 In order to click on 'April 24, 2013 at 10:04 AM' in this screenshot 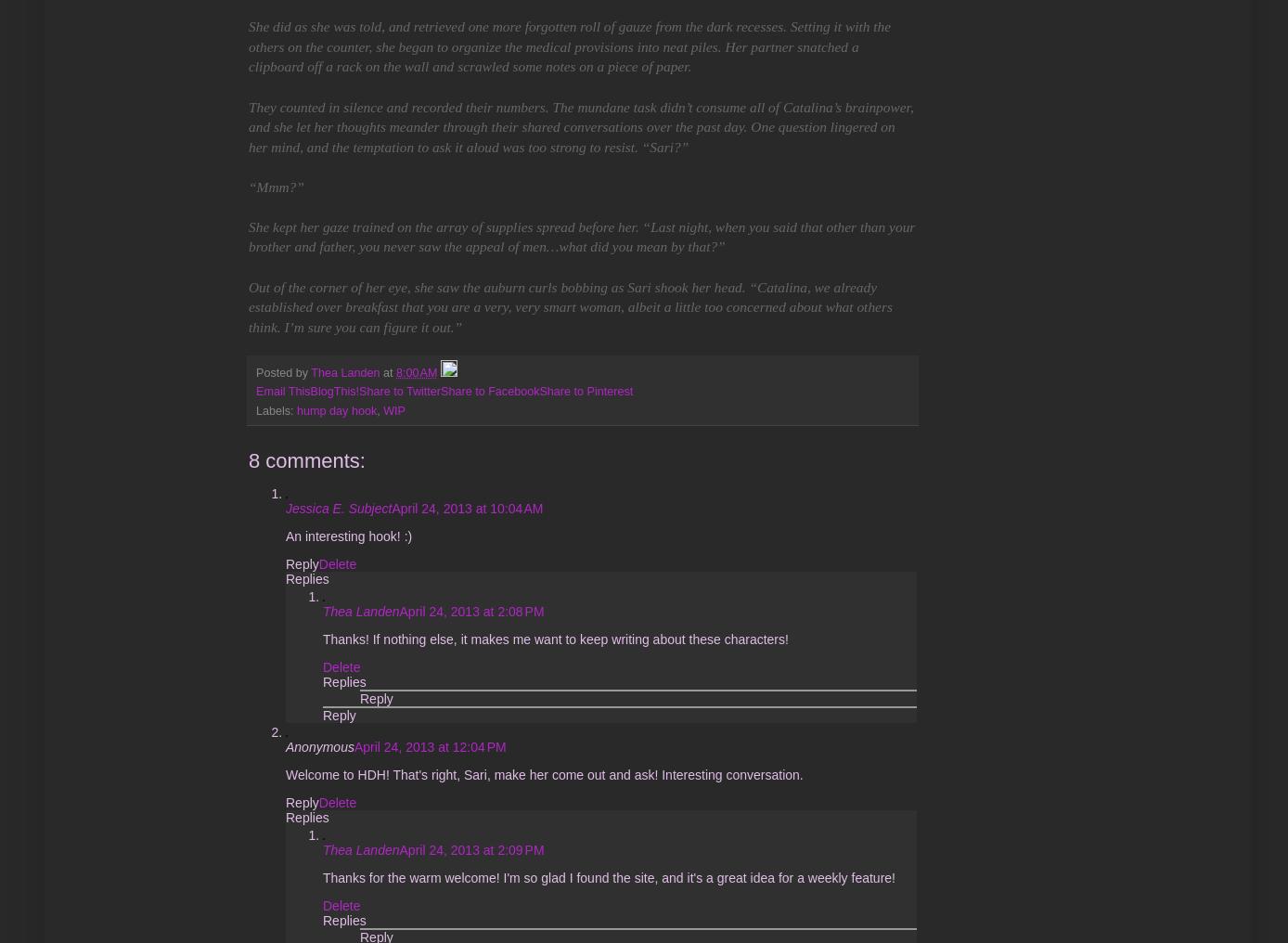, I will do `click(467, 507)`.